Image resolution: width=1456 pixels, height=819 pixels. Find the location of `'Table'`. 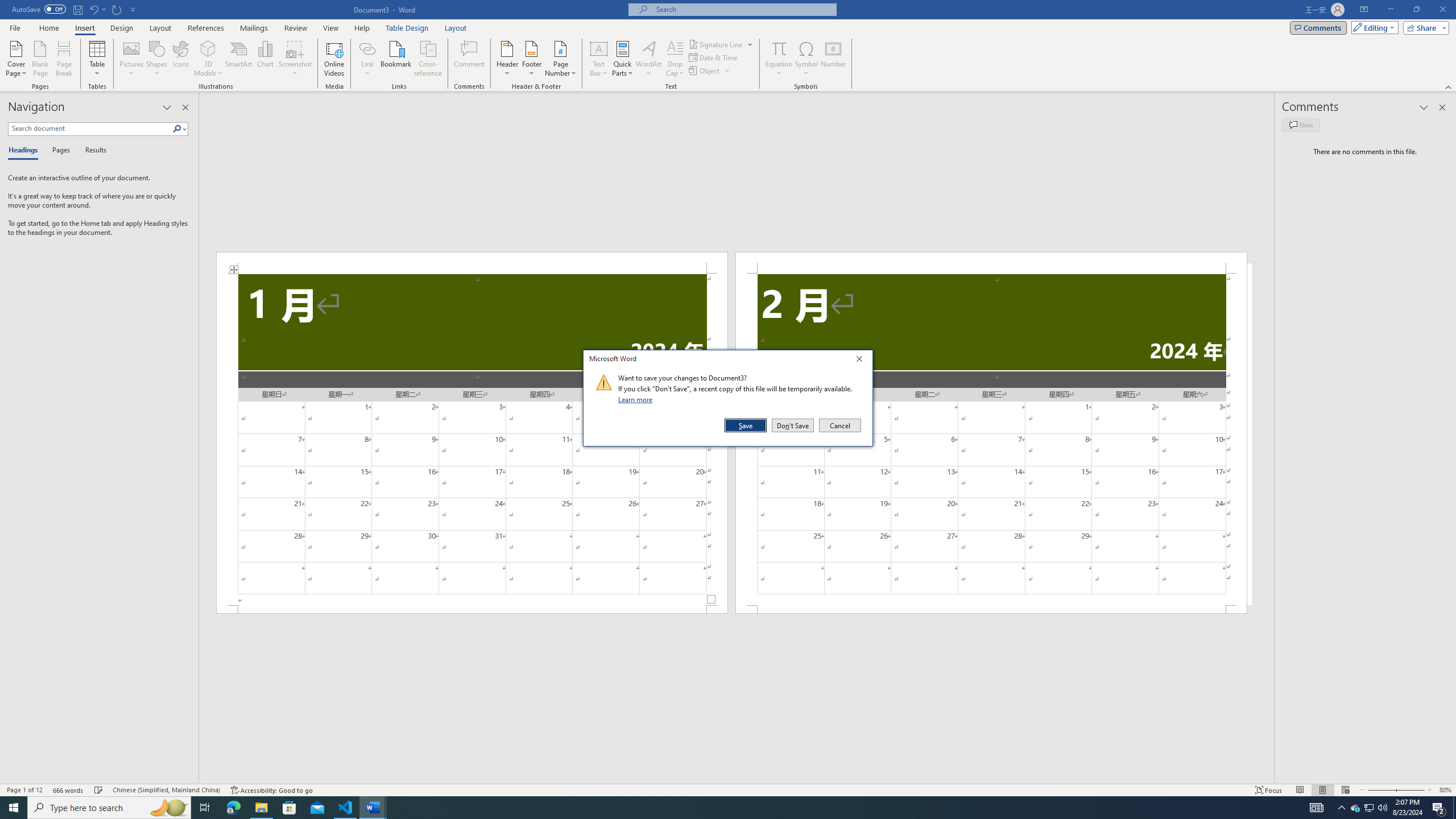

'Table' is located at coordinates (97, 59).